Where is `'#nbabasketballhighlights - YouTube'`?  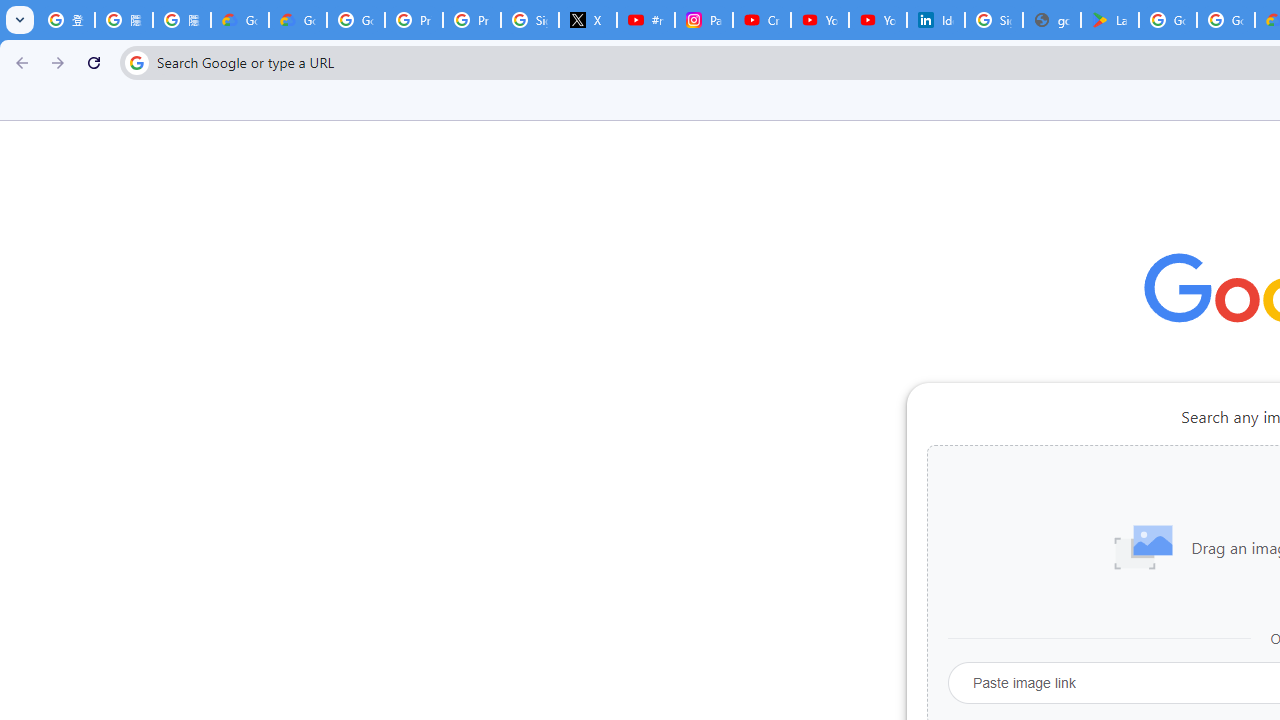
'#nbabasketballhighlights - YouTube' is located at coordinates (645, 20).